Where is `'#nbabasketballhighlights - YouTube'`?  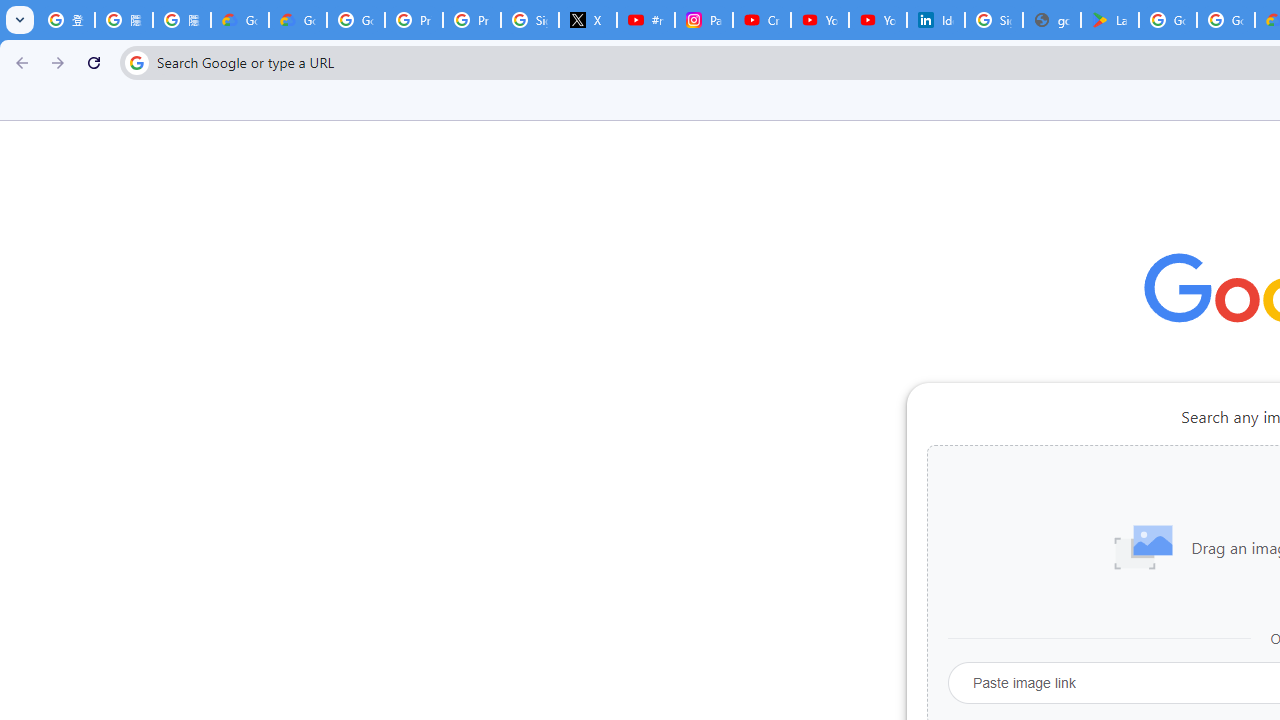
'#nbabasketballhighlights - YouTube' is located at coordinates (645, 20).